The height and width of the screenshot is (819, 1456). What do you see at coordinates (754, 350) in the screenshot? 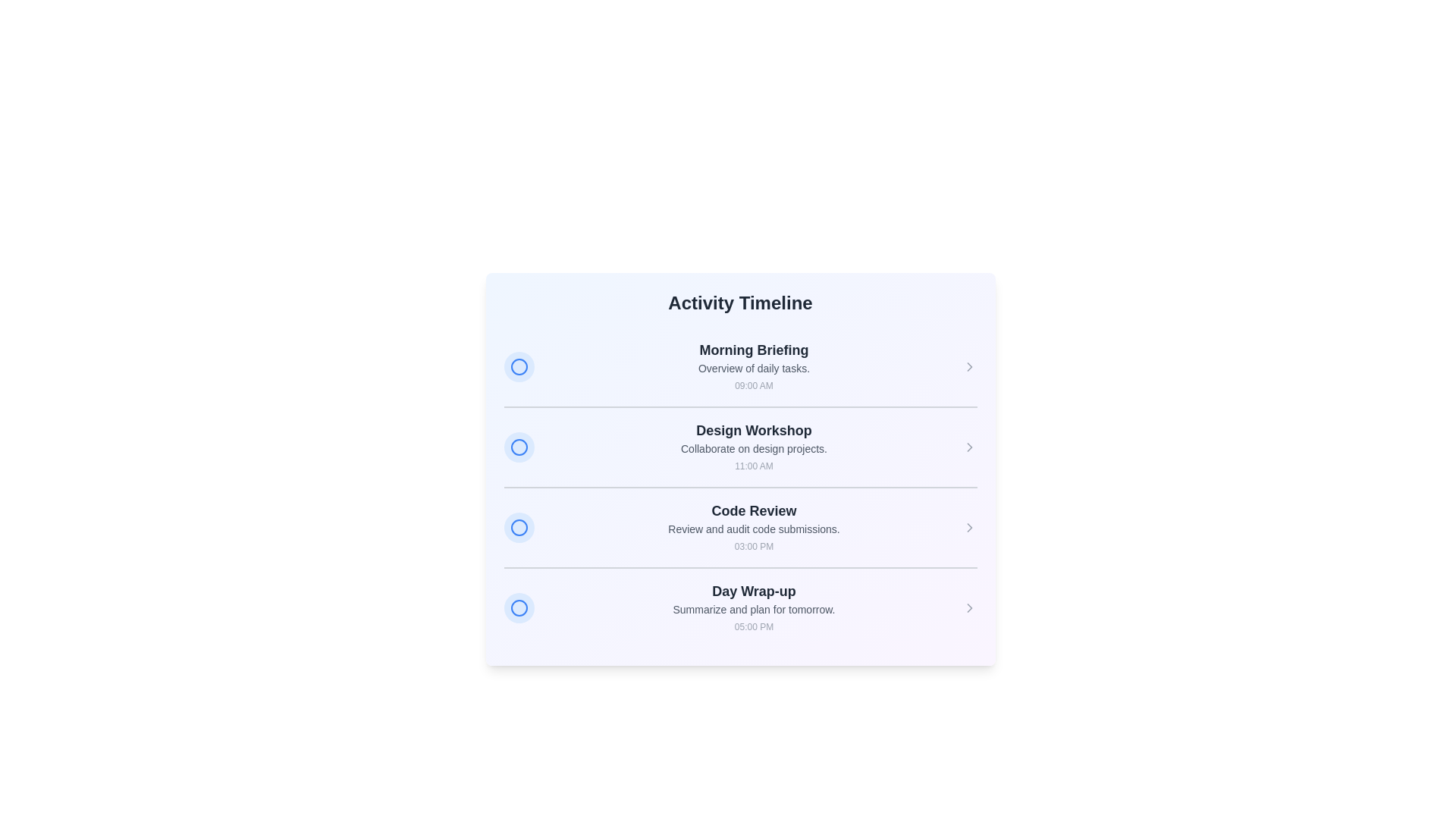
I see `the title text element for the first item in the timeline list` at bounding box center [754, 350].